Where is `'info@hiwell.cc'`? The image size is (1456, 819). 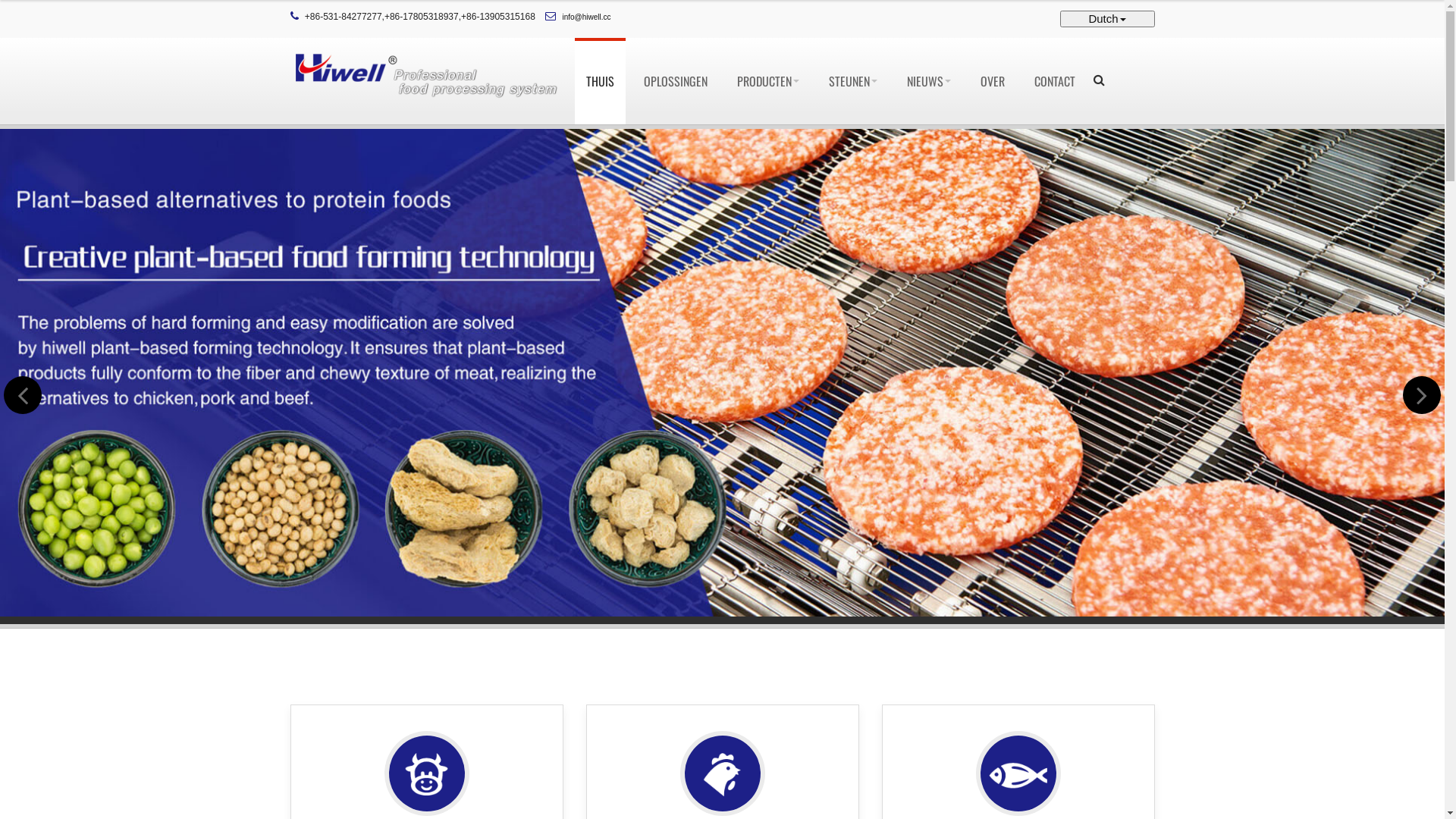 'info@hiwell.cc' is located at coordinates (585, 17).